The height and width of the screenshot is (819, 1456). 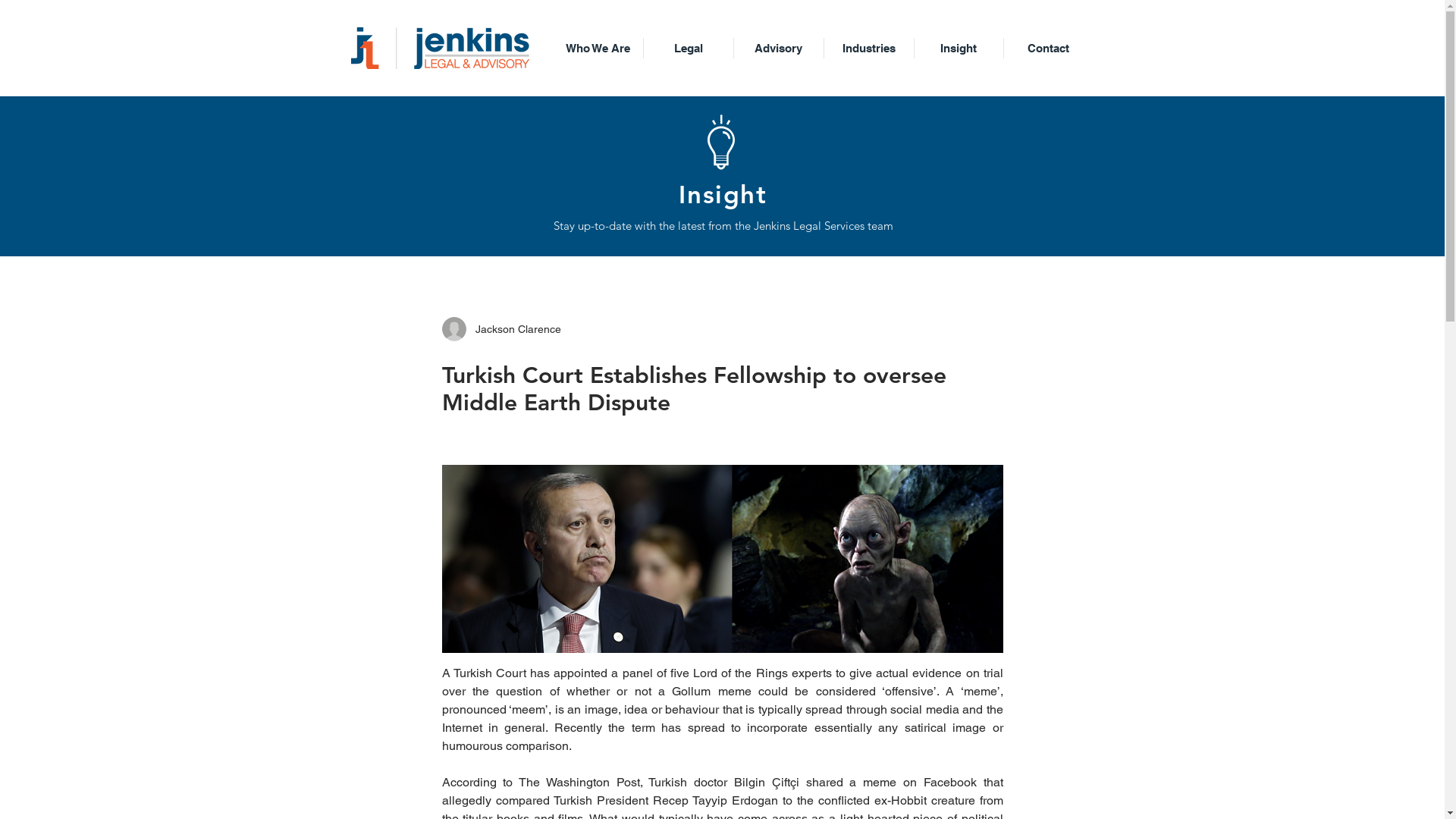 What do you see at coordinates (687, 47) in the screenshot?
I see `'Legal'` at bounding box center [687, 47].